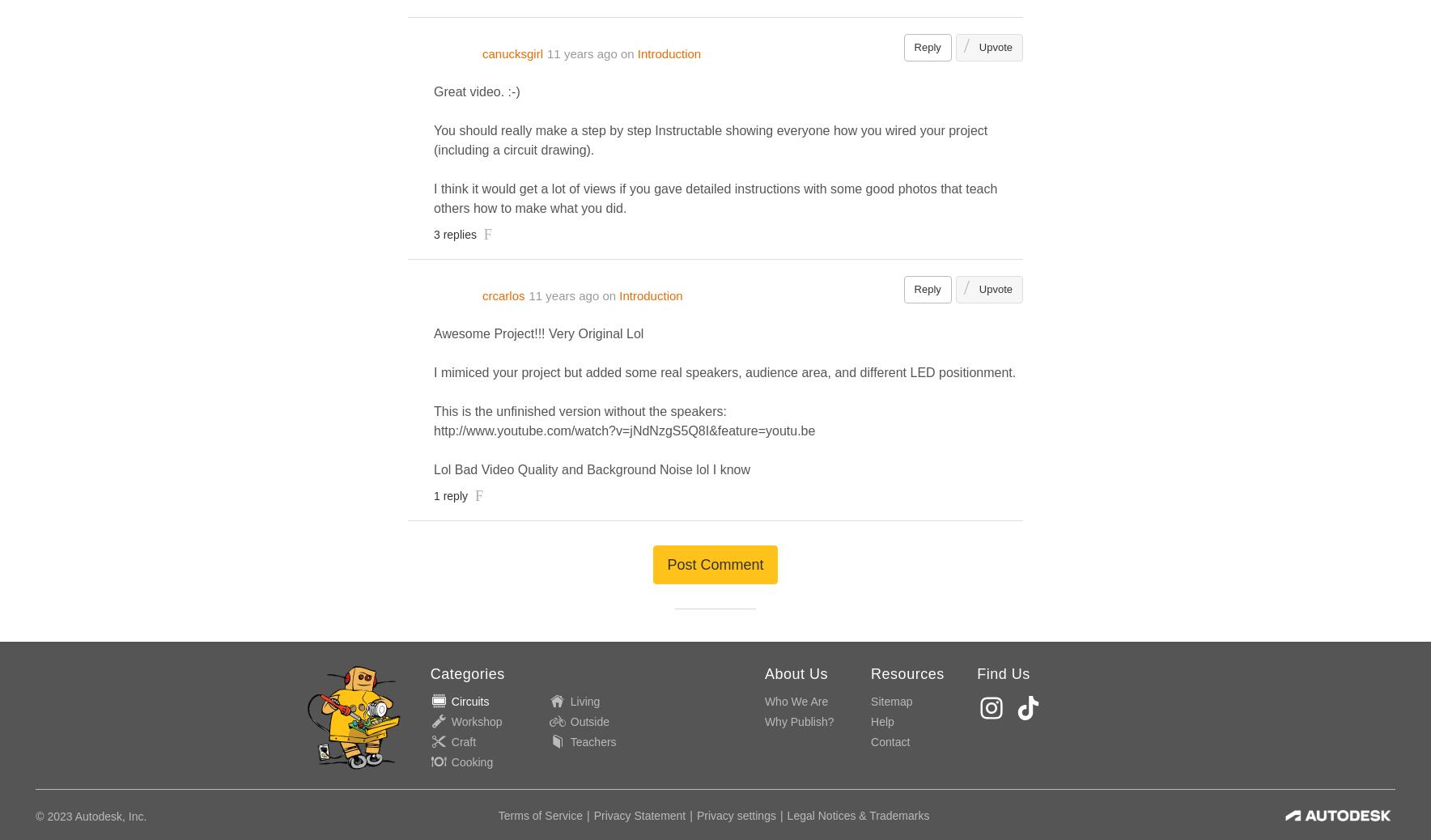 The height and width of the screenshot is (840, 1431). What do you see at coordinates (35, 817) in the screenshot?
I see `'© 2023 Autodesk, Inc.'` at bounding box center [35, 817].